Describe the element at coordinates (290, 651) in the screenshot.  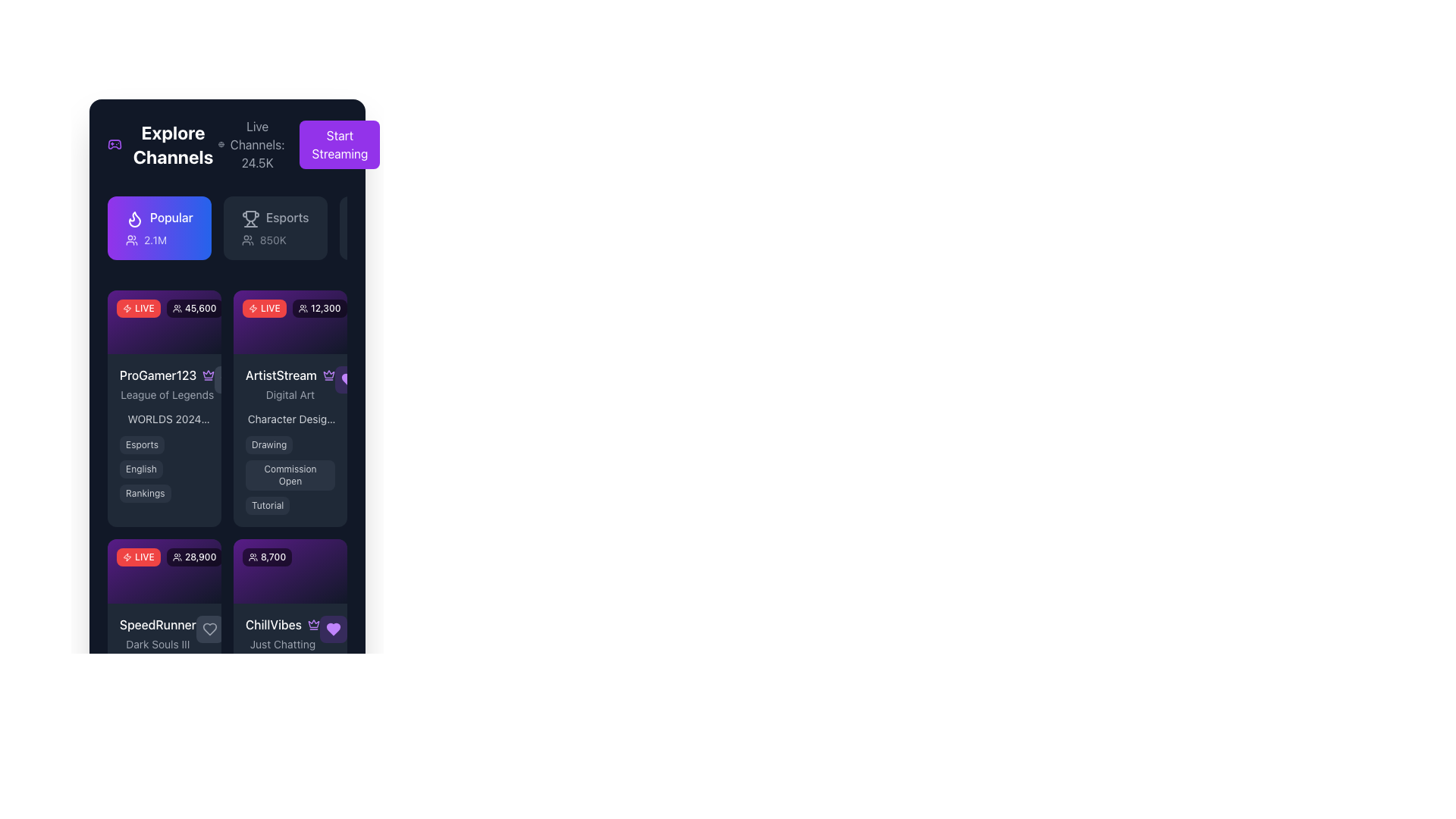
I see `the clickable card with a dark gray background and a purple gradient at the top, displaying '8,700', 'ChillVibes', and a purple heart icon` at that location.